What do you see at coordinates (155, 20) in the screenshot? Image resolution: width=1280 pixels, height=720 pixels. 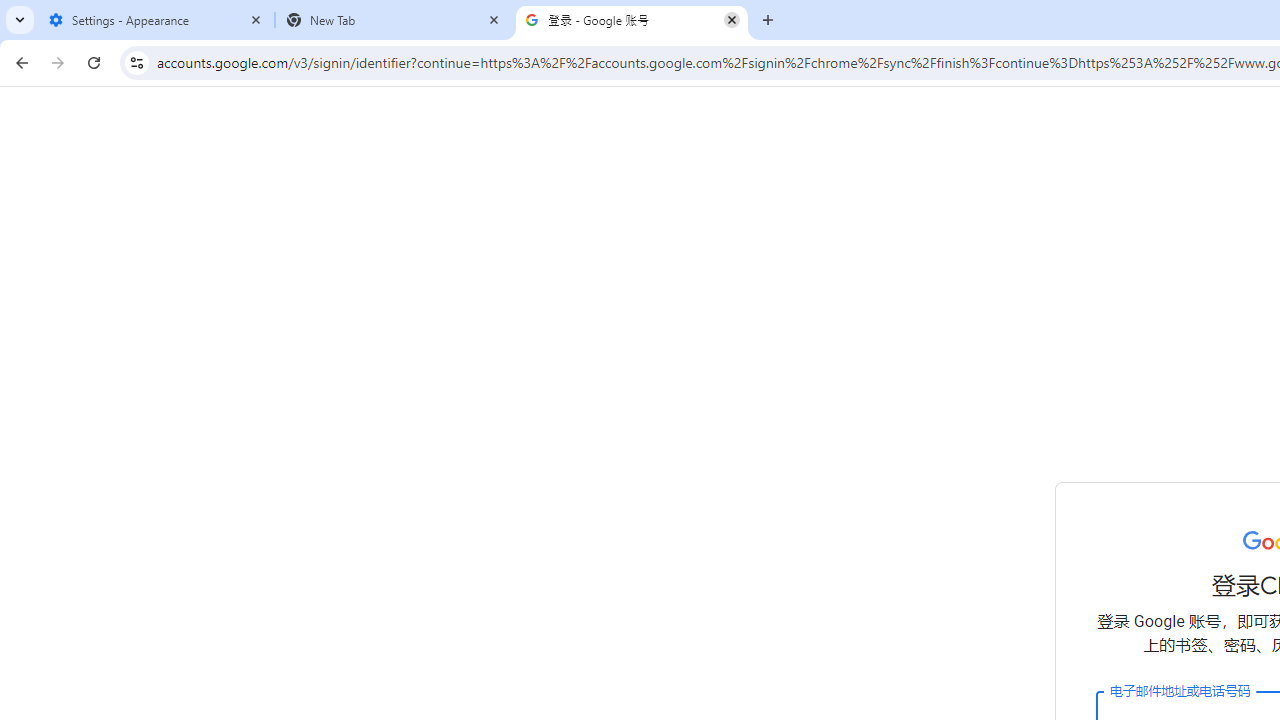 I see `'Settings - Appearance'` at bounding box center [155, 20].